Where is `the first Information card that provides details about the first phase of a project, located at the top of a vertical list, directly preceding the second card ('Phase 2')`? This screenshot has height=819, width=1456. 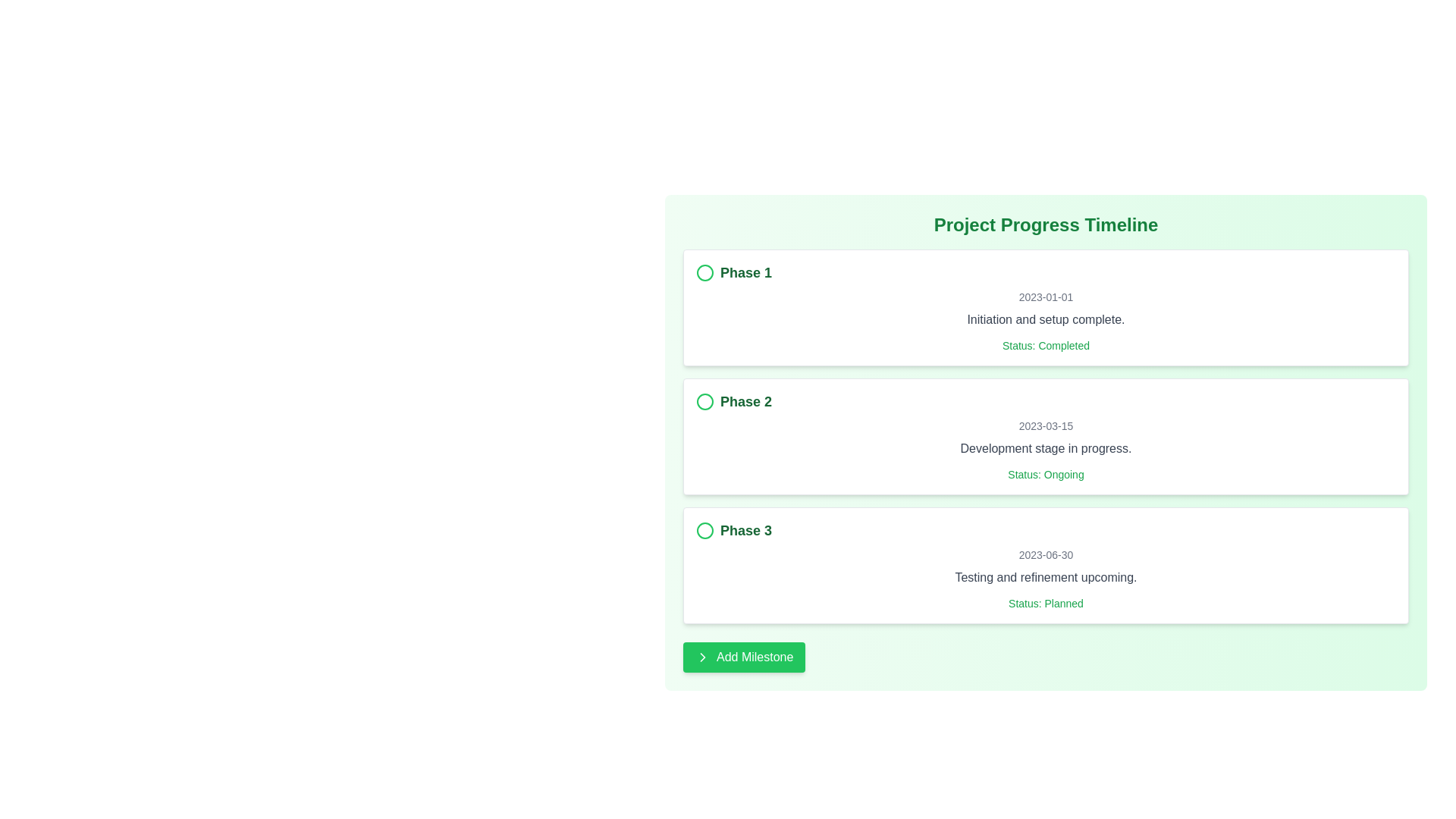 the first Information card that provides details about the first phase of a project, located at the top of a vertical list, directly preceding the second card ('Phase 2') is located at coordinates (1045, 307).